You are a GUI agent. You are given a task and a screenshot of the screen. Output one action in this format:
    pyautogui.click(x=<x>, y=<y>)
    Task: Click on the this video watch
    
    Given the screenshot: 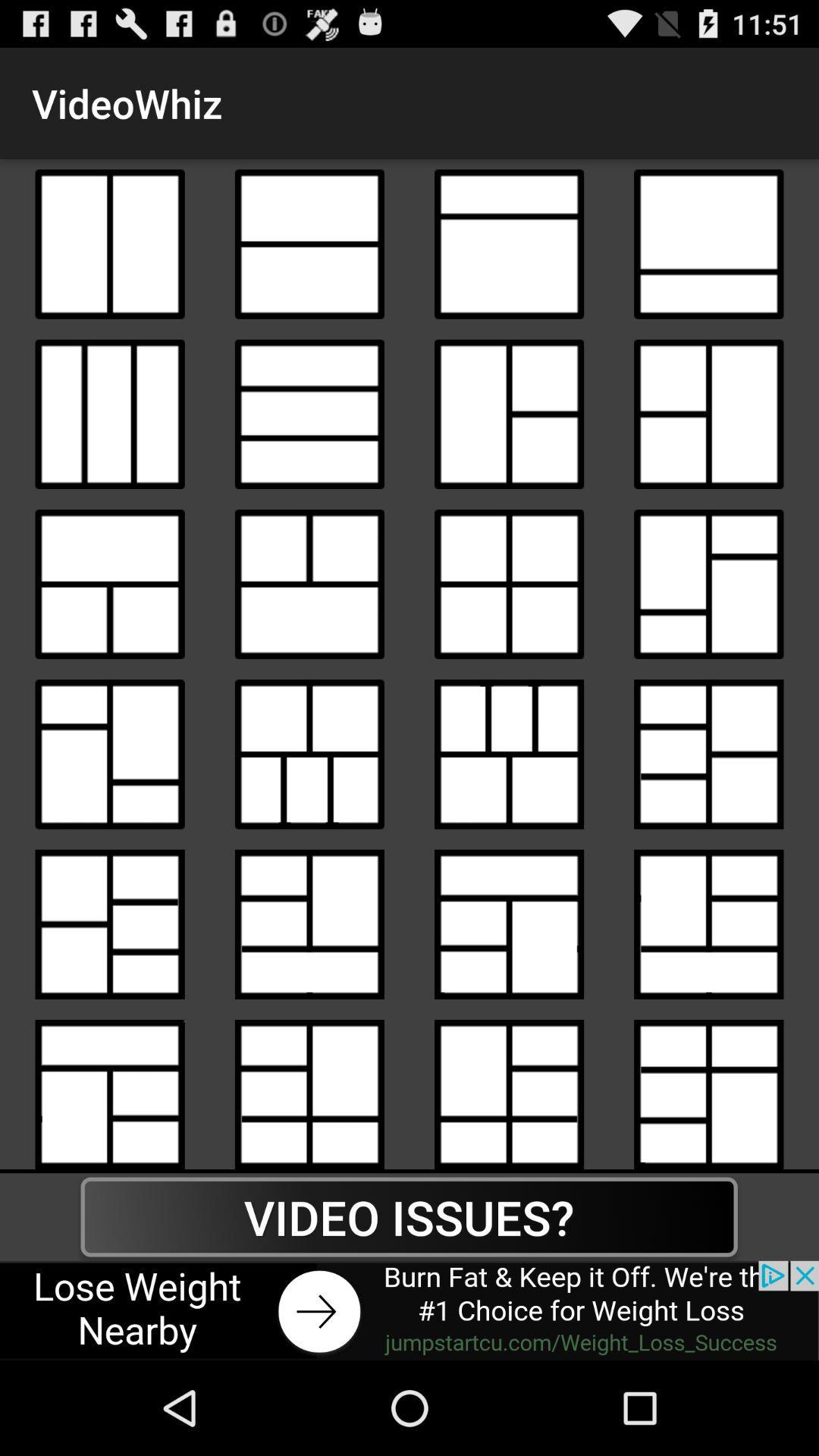 What is the action you would take?
    pyautogui.click(x=309, y=414)
    